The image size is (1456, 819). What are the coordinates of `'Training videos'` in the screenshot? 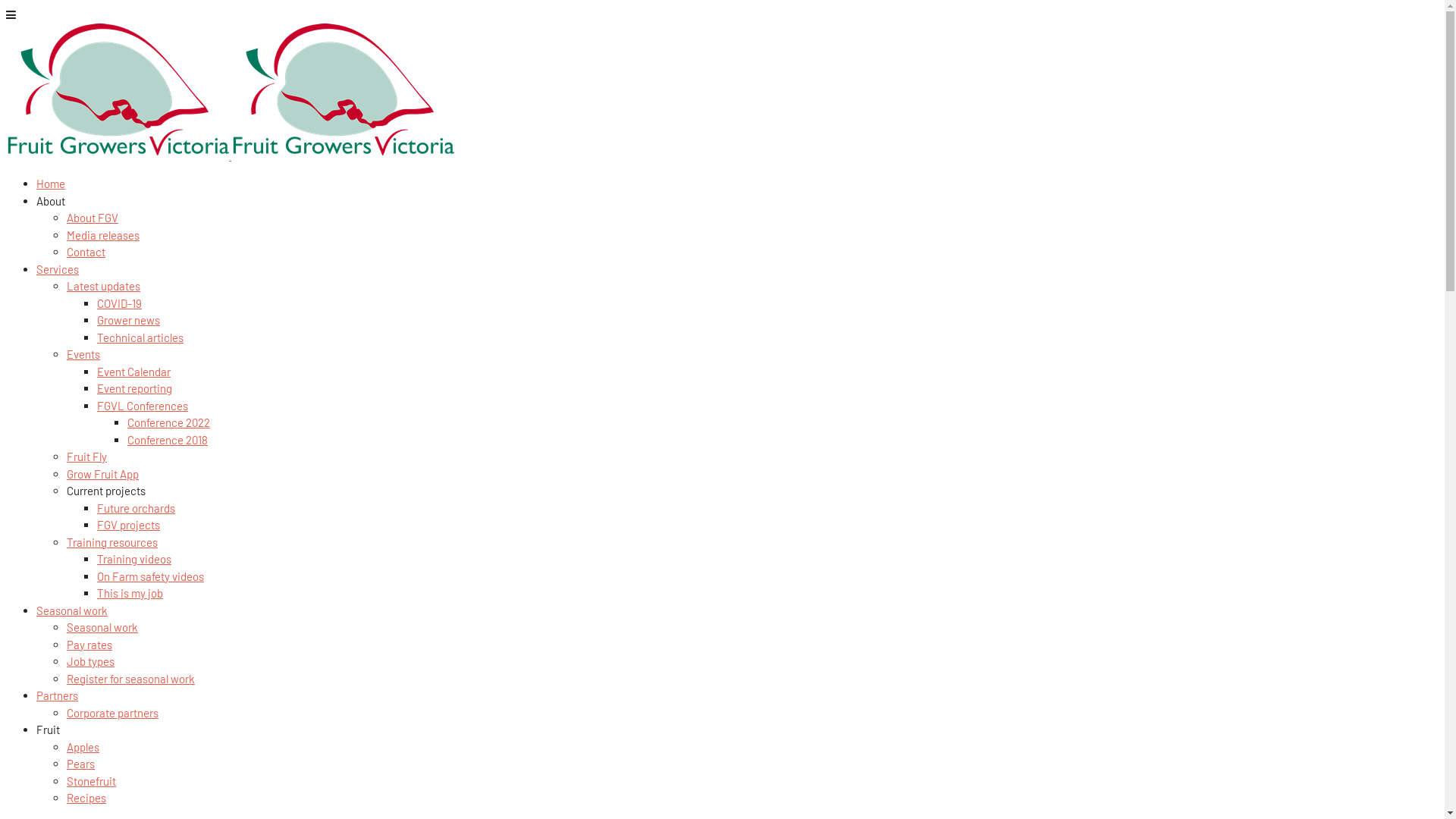 It's located at (134, 558).